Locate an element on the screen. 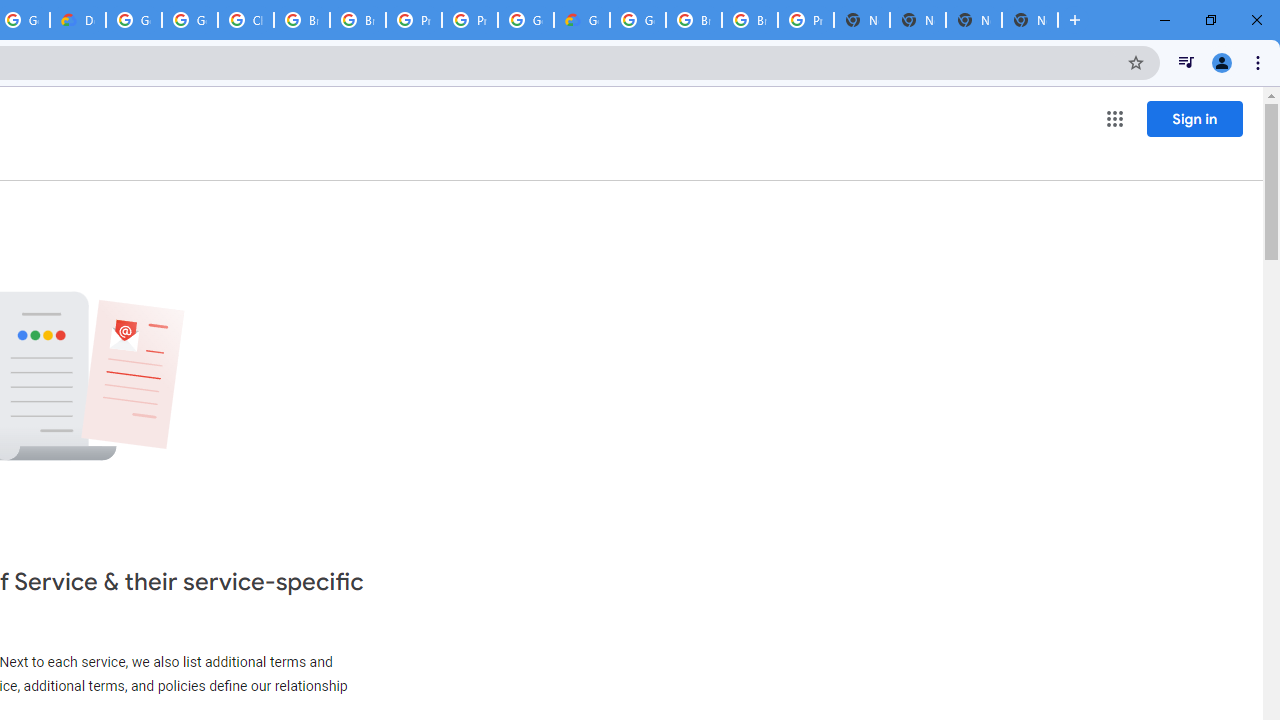  'Google Cloud Platform' is located at coordinates (637, 20).